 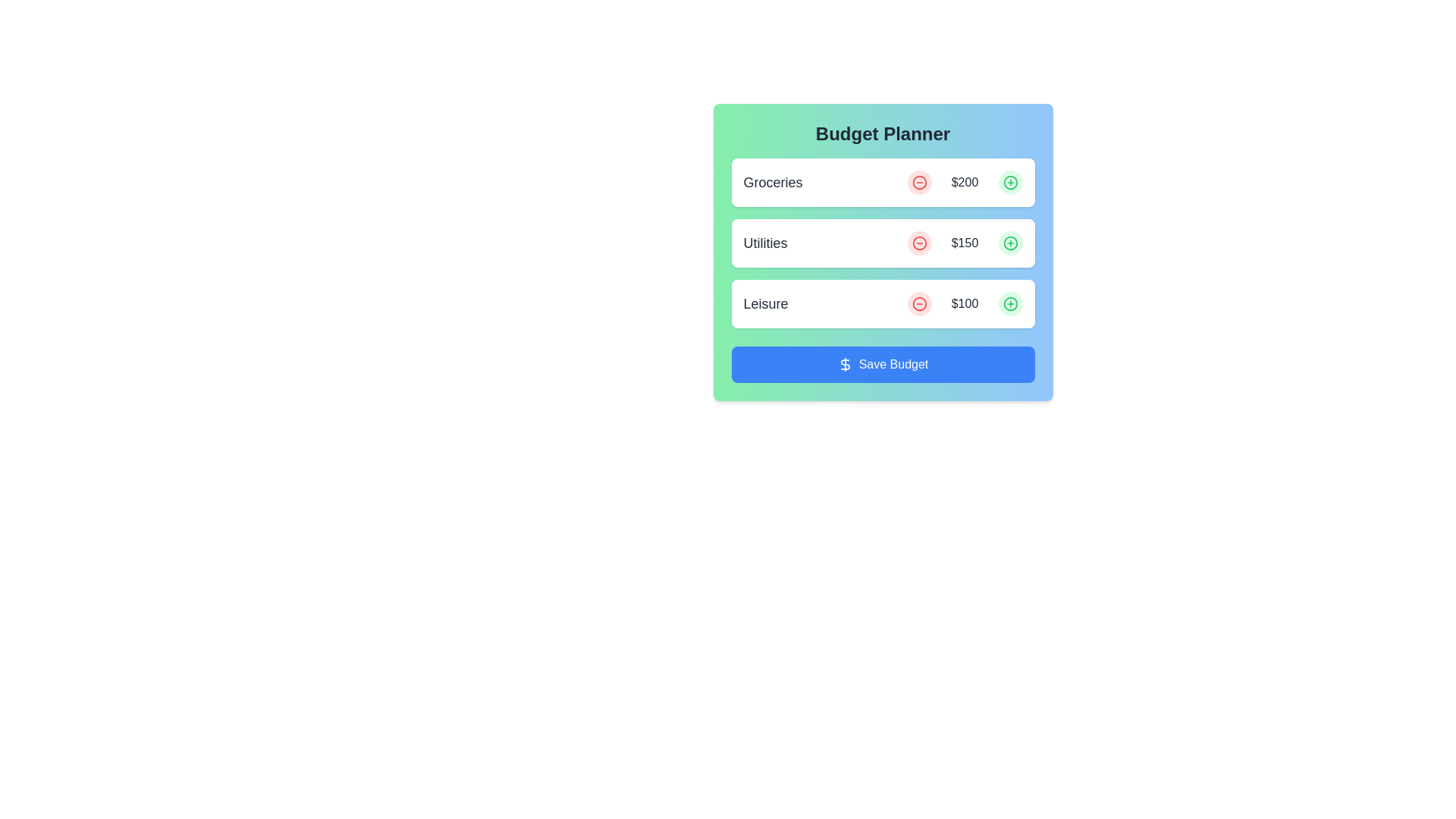 What do you see at coordinates (918, 304) in the screenshot?
I see `the circular button with a red border and minus icon, located in the 'Leisure' row, to the left of the '$100' label` at bounding box center [918, 304].